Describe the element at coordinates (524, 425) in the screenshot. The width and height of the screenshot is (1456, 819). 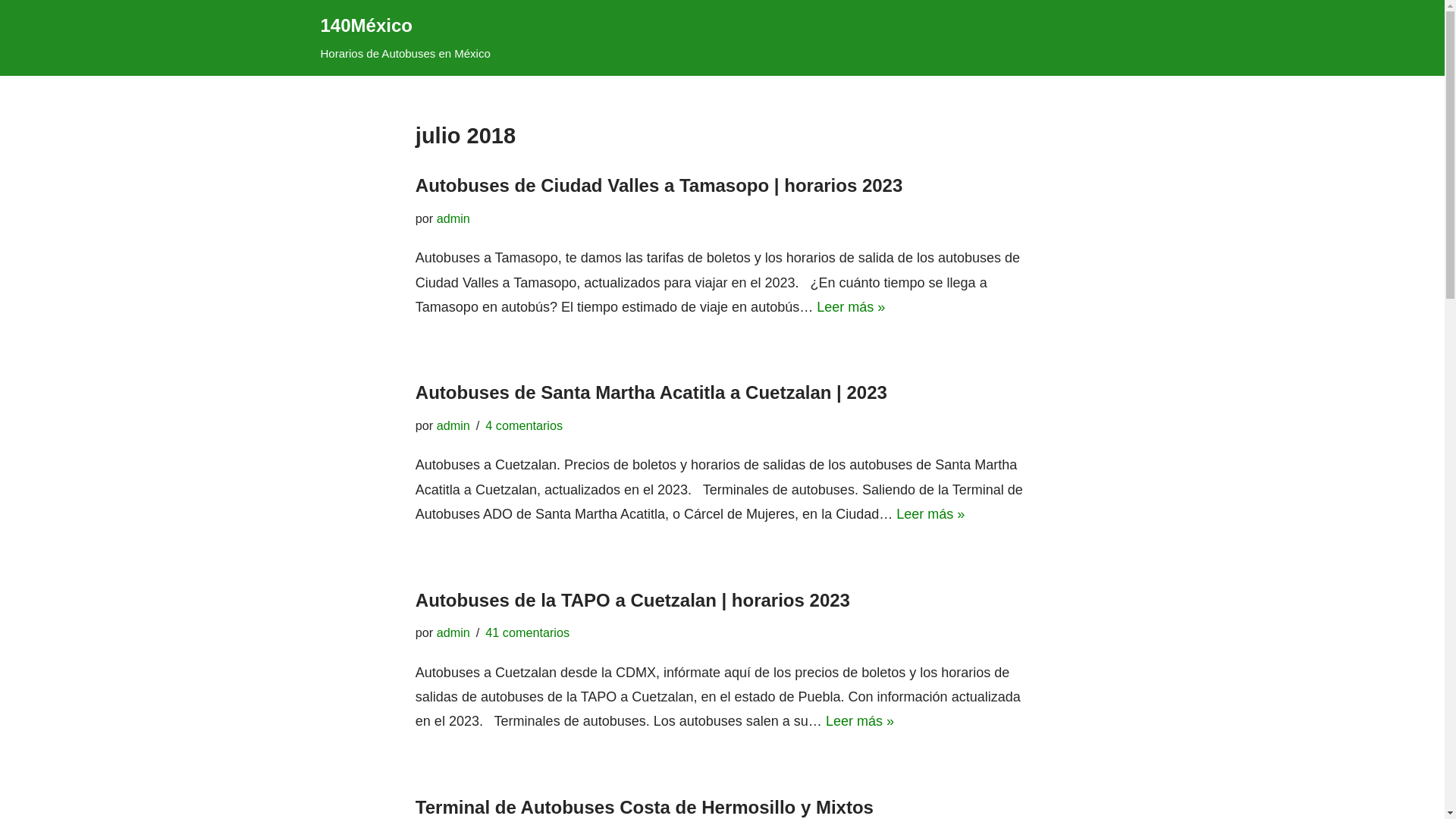
I see `'4 comentarios'` at that location.